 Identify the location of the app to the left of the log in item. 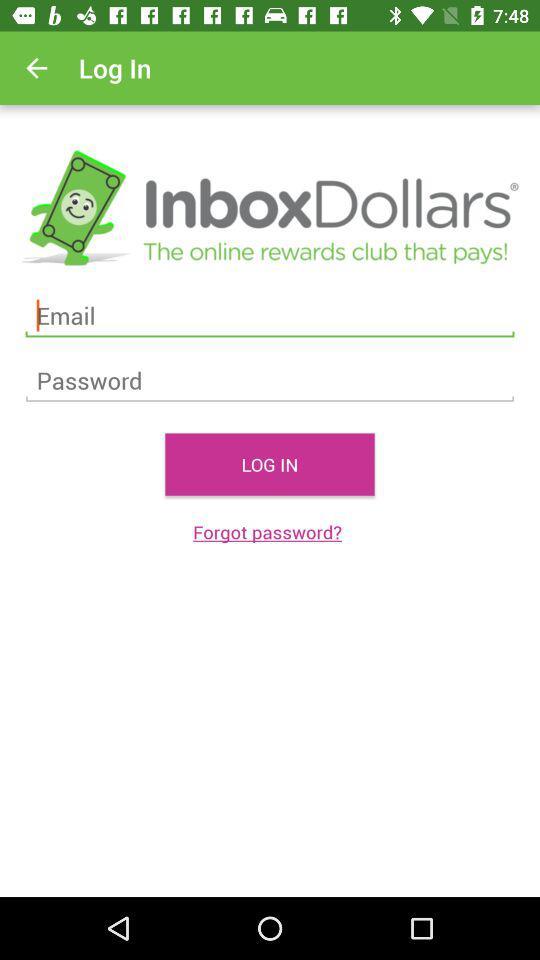
(36, 68).